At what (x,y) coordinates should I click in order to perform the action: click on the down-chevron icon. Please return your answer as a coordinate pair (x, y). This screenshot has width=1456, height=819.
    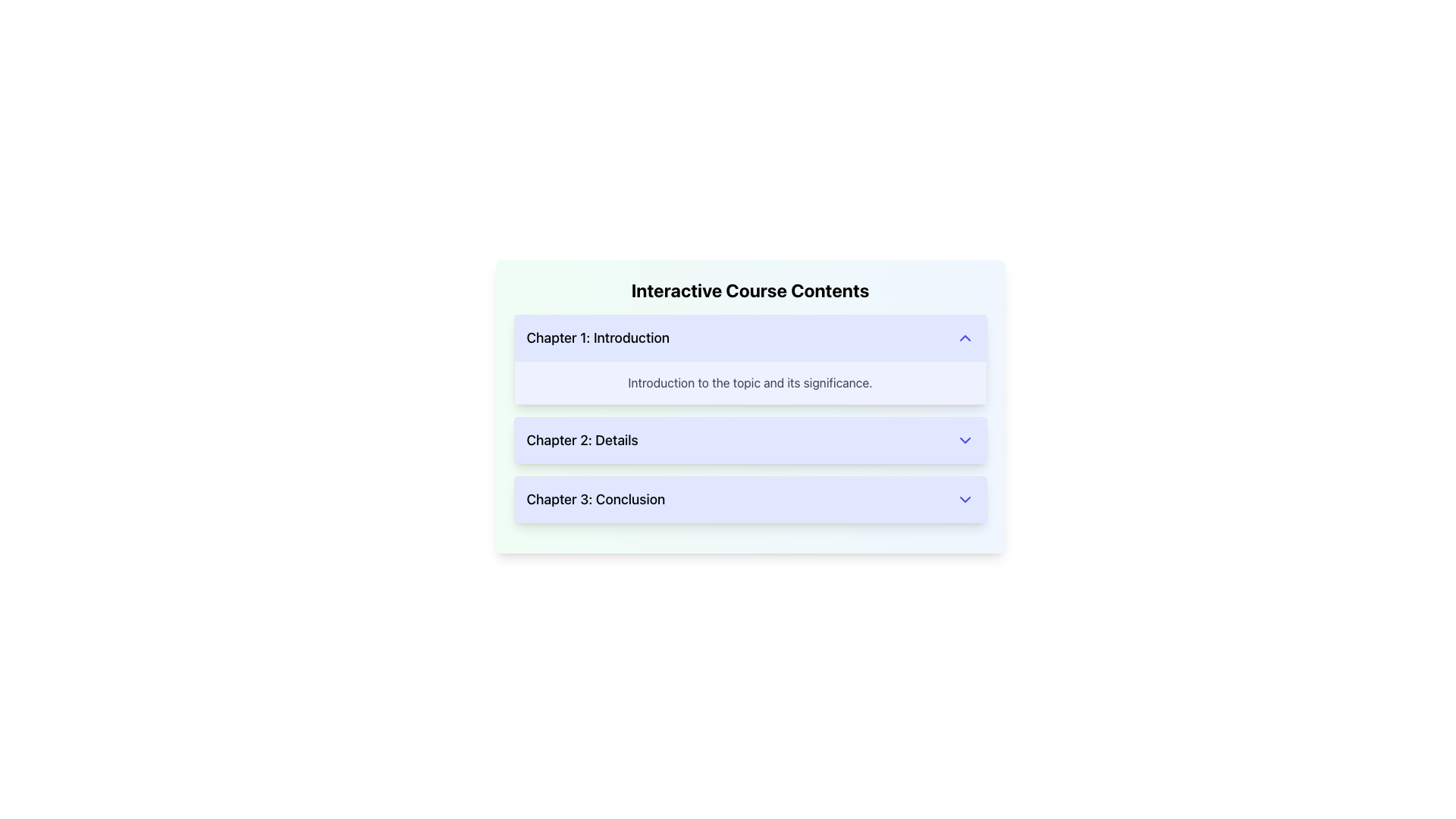
    Looking at the image, I should click on (964, 441).